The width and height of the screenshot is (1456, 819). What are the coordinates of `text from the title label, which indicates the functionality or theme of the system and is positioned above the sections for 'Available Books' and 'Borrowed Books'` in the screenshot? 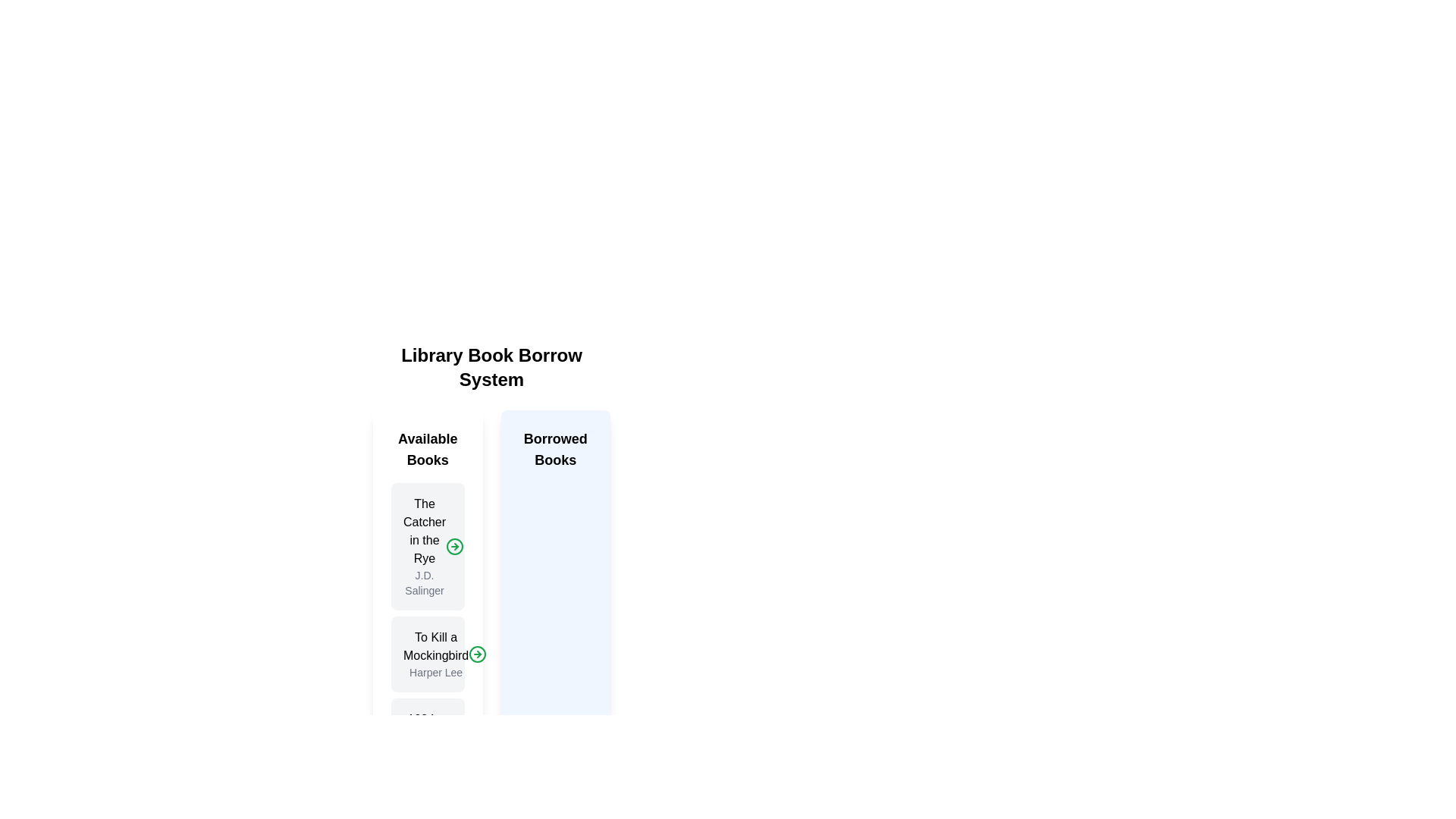 It's located at (491, 368).